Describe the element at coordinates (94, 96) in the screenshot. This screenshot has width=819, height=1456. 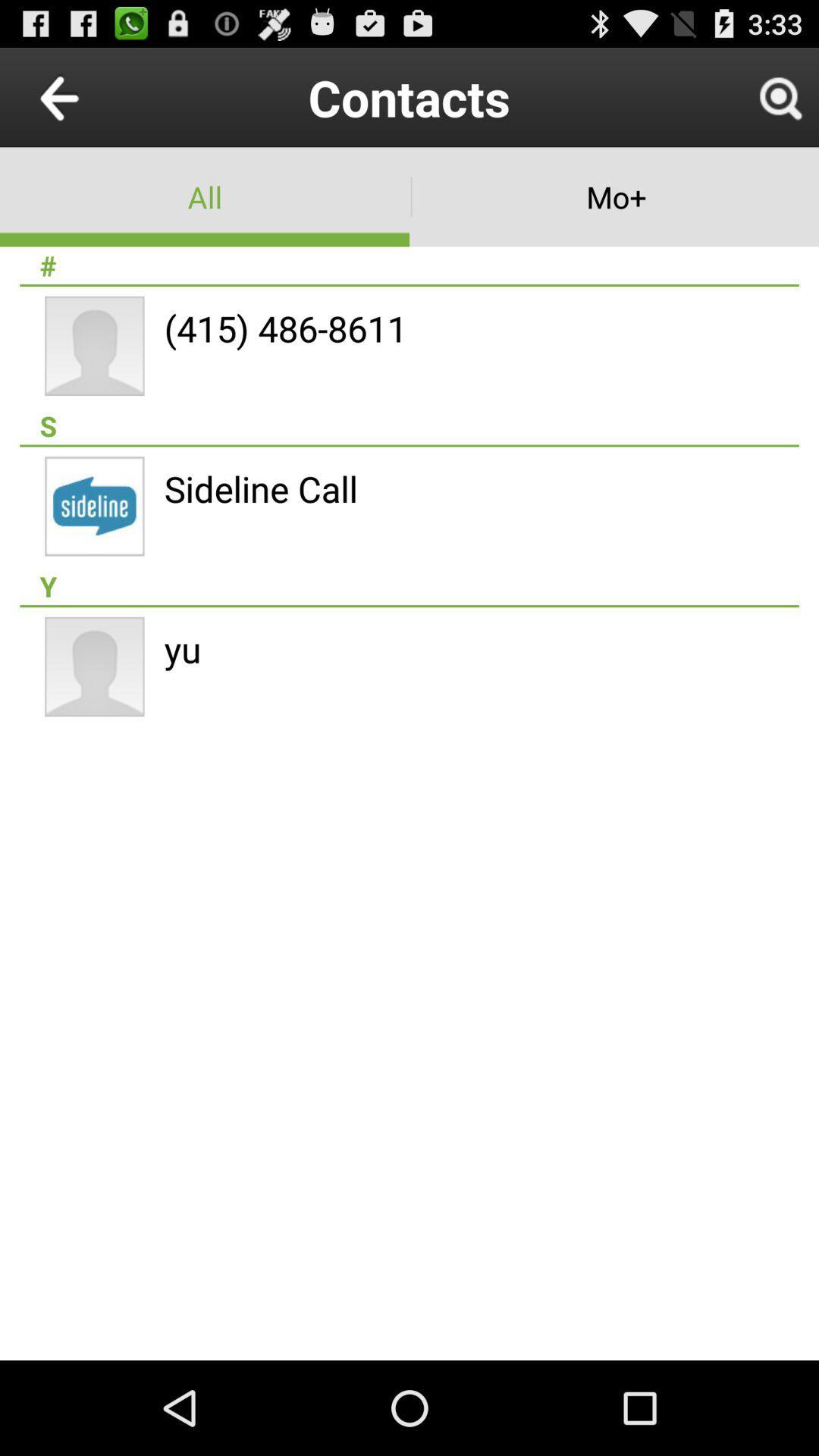
I see `go back` at that location.